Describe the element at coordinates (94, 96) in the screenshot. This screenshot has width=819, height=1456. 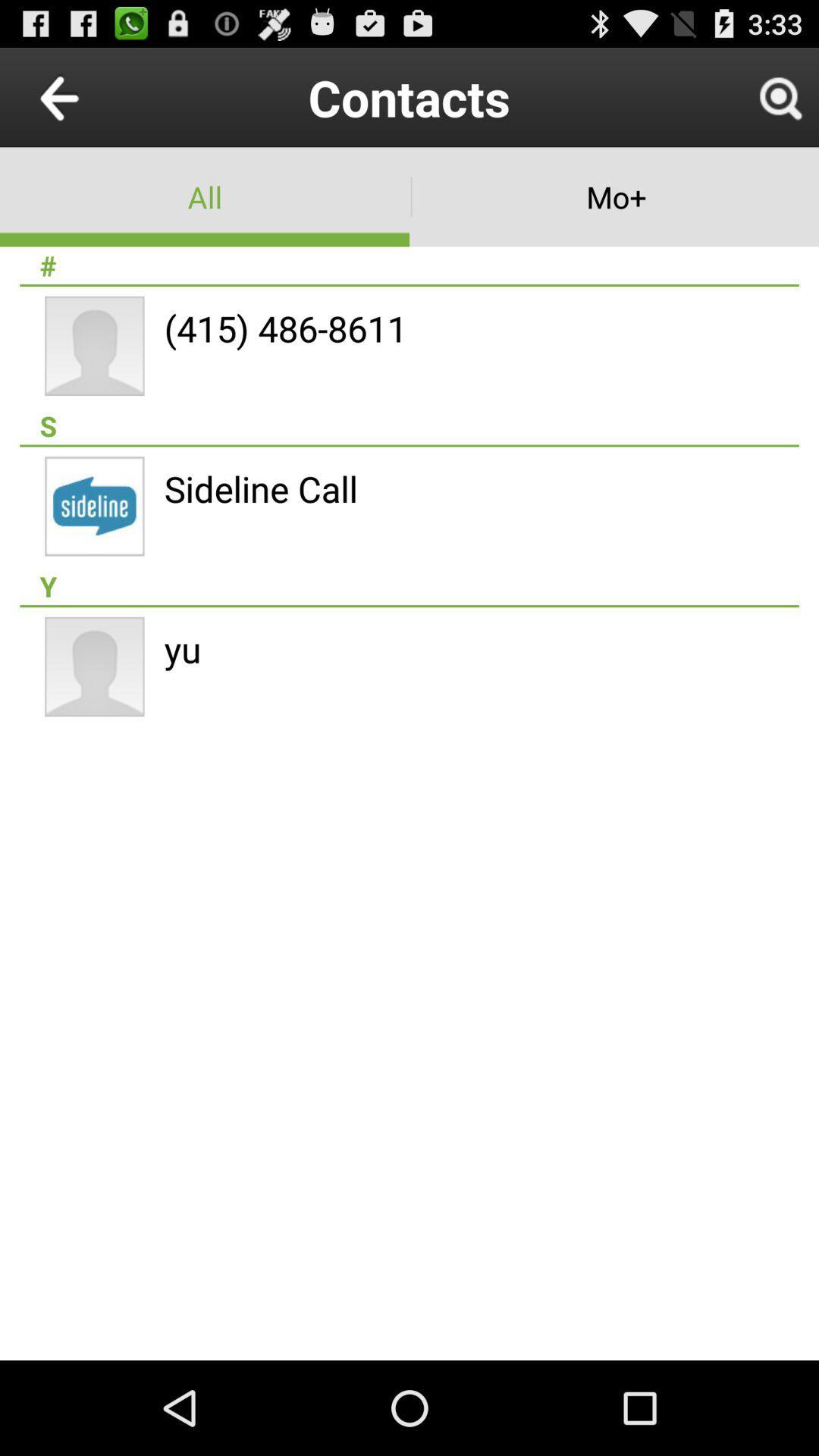
I see `go back` at that location.